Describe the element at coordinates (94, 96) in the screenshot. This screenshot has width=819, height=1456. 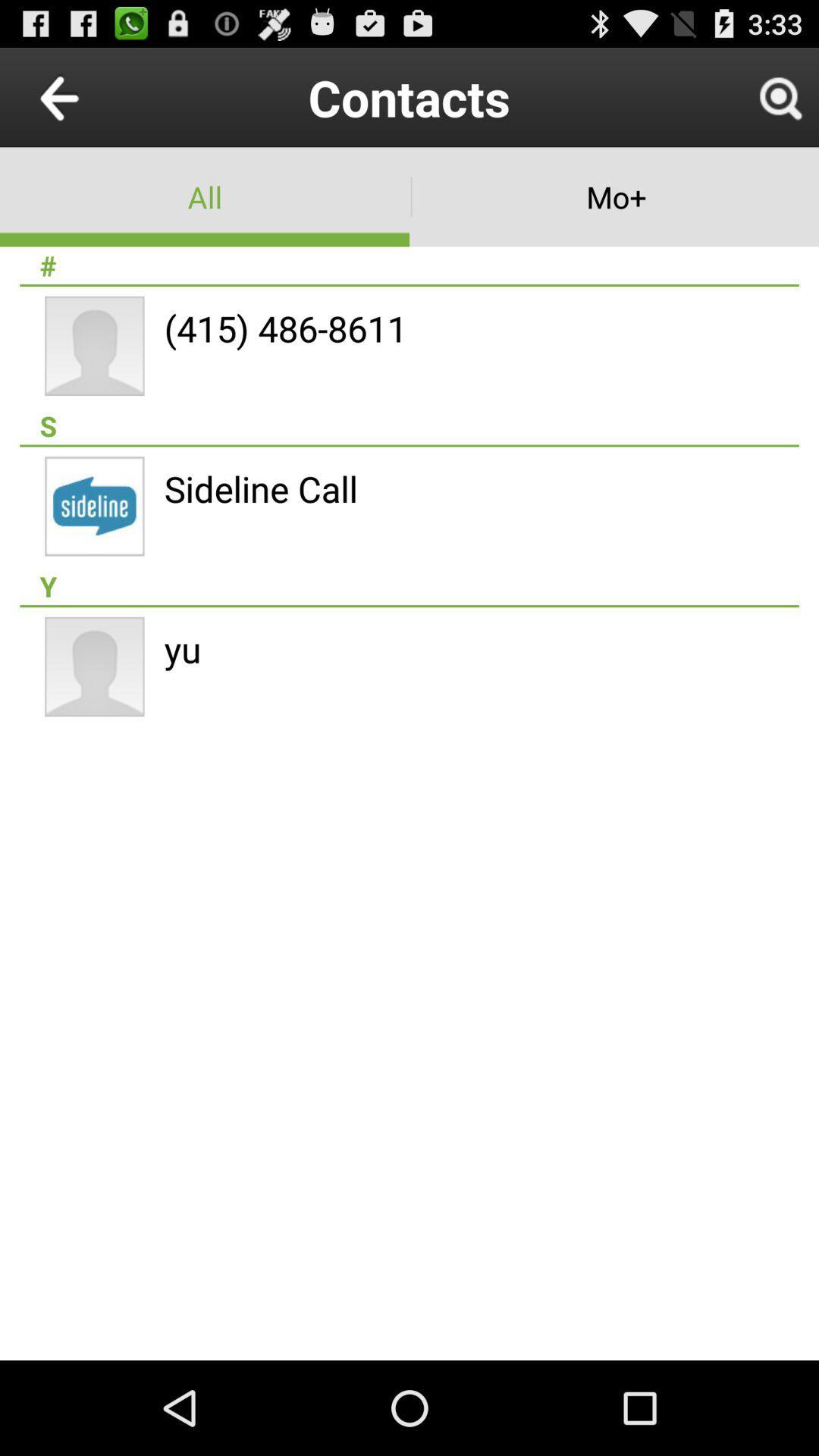
I see `go back` at that location.